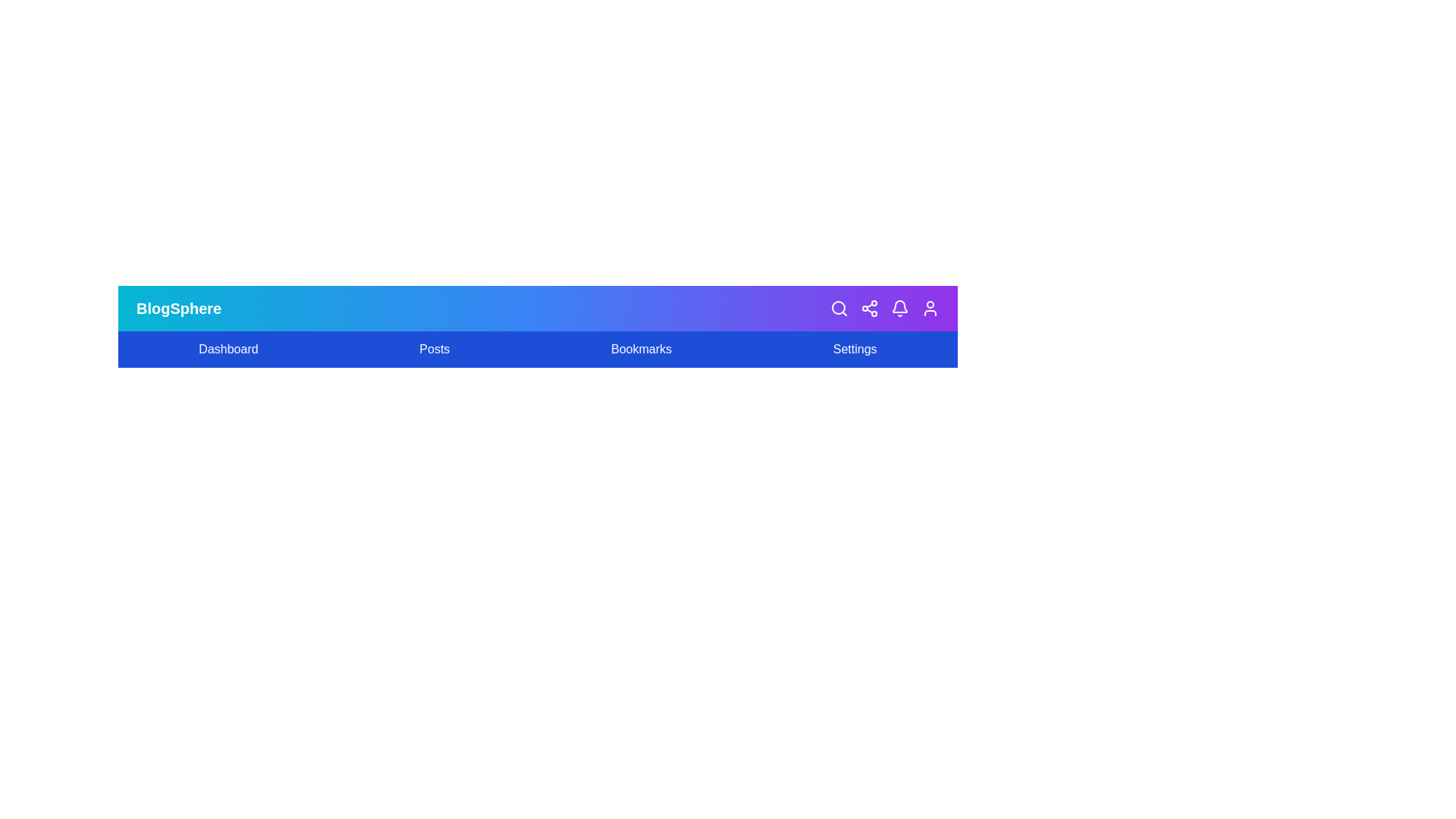 Image resolution: width=1456 pixels, height=819 pixels. I want to click on the share icon to share content, so click(870, 308).